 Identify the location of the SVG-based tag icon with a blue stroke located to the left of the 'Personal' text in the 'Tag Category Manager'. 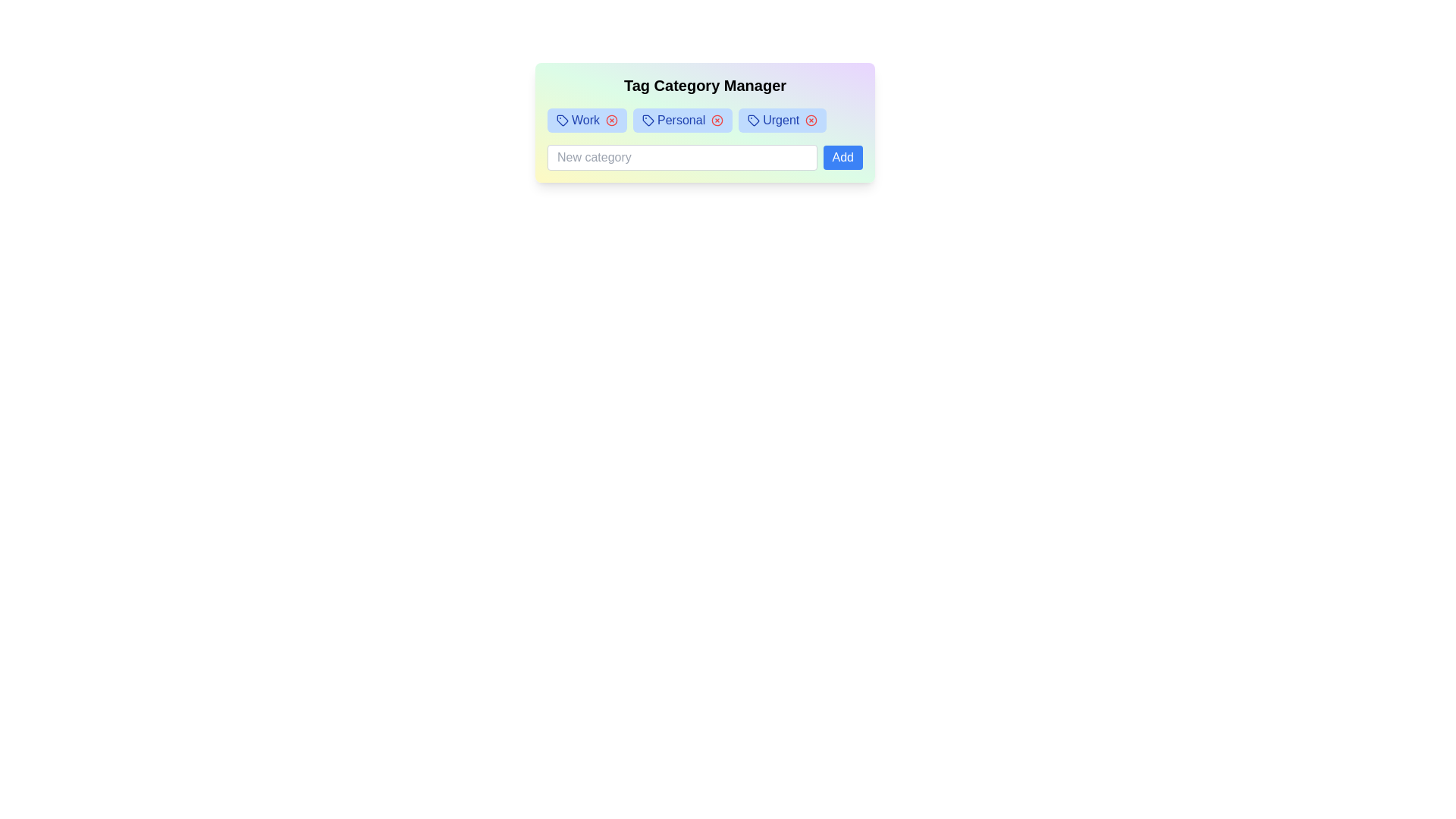
(648, 119).